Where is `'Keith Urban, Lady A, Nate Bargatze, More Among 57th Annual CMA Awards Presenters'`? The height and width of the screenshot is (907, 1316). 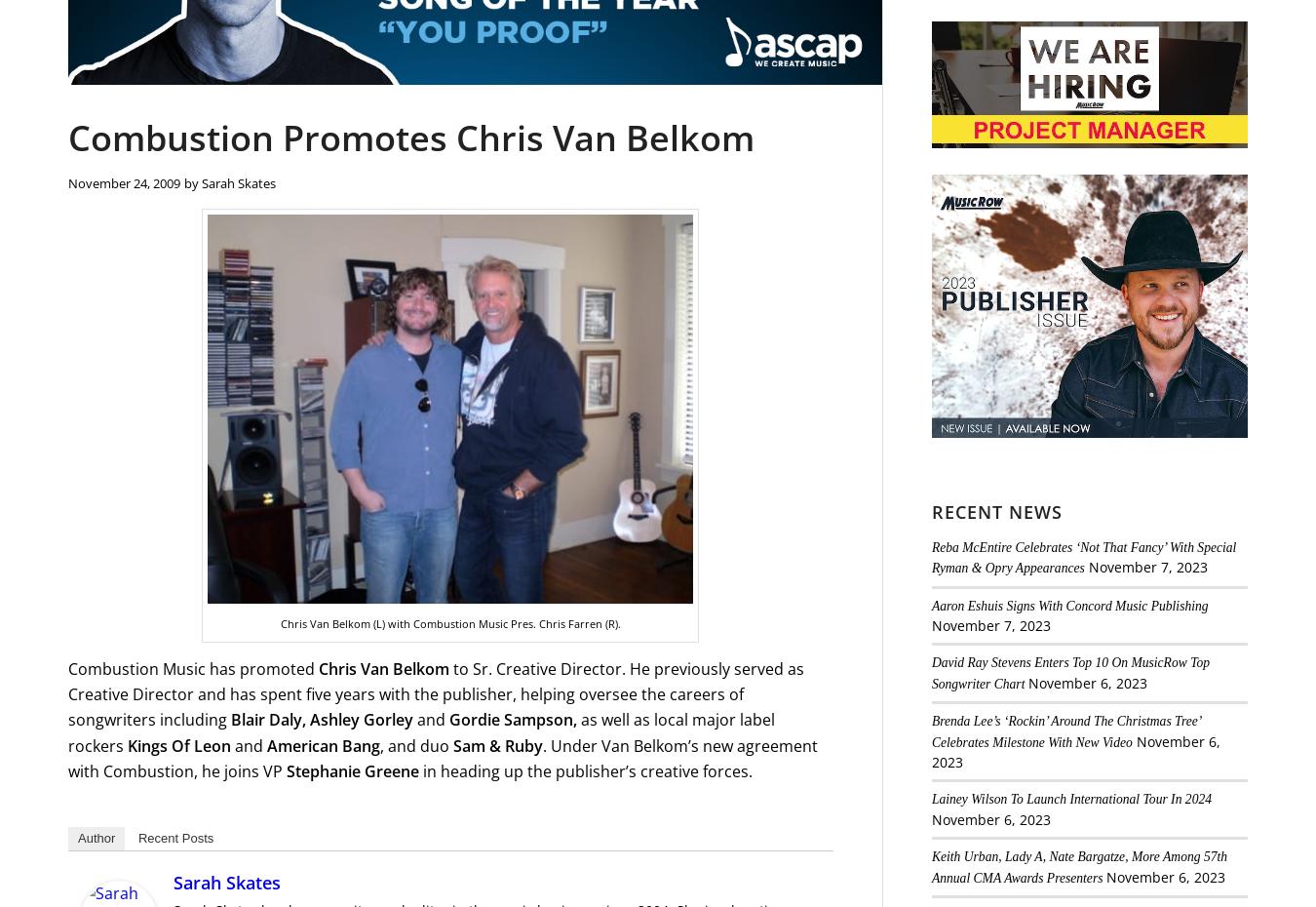 'Keith Urban, Lady A, Nate Bargatze, More Among 57th Annual CMA Awards Presenters' is located at coordinates (1079, 866).